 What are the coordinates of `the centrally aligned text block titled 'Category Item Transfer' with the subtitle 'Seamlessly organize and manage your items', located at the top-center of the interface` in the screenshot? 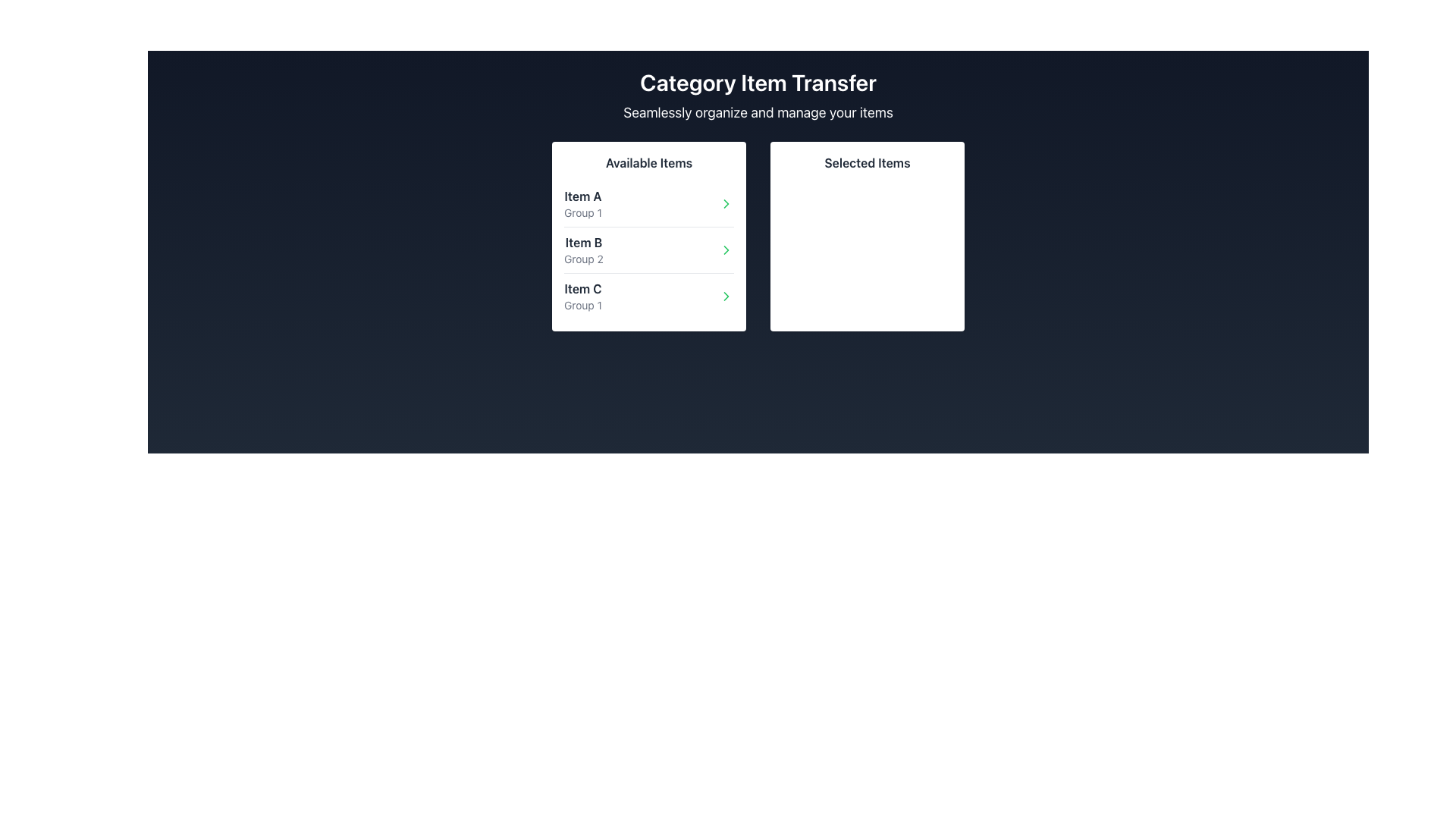 It's located at (758, 96).